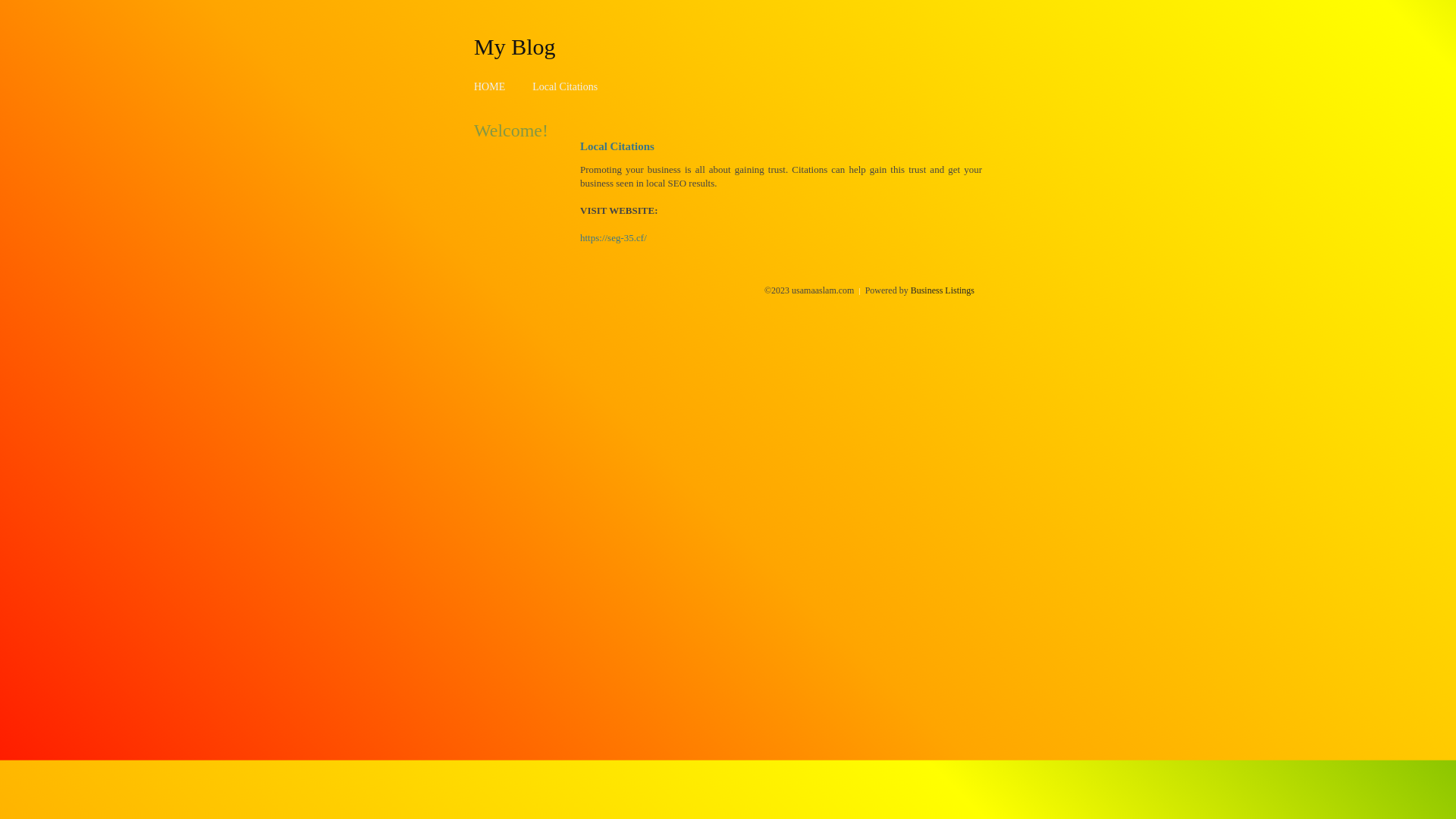 Image resolution: width=1456 pixels, height=819 pixels. Describe the element at coordinates (942, 290) in the screenshot. I see `'Business Listings'` at that location.